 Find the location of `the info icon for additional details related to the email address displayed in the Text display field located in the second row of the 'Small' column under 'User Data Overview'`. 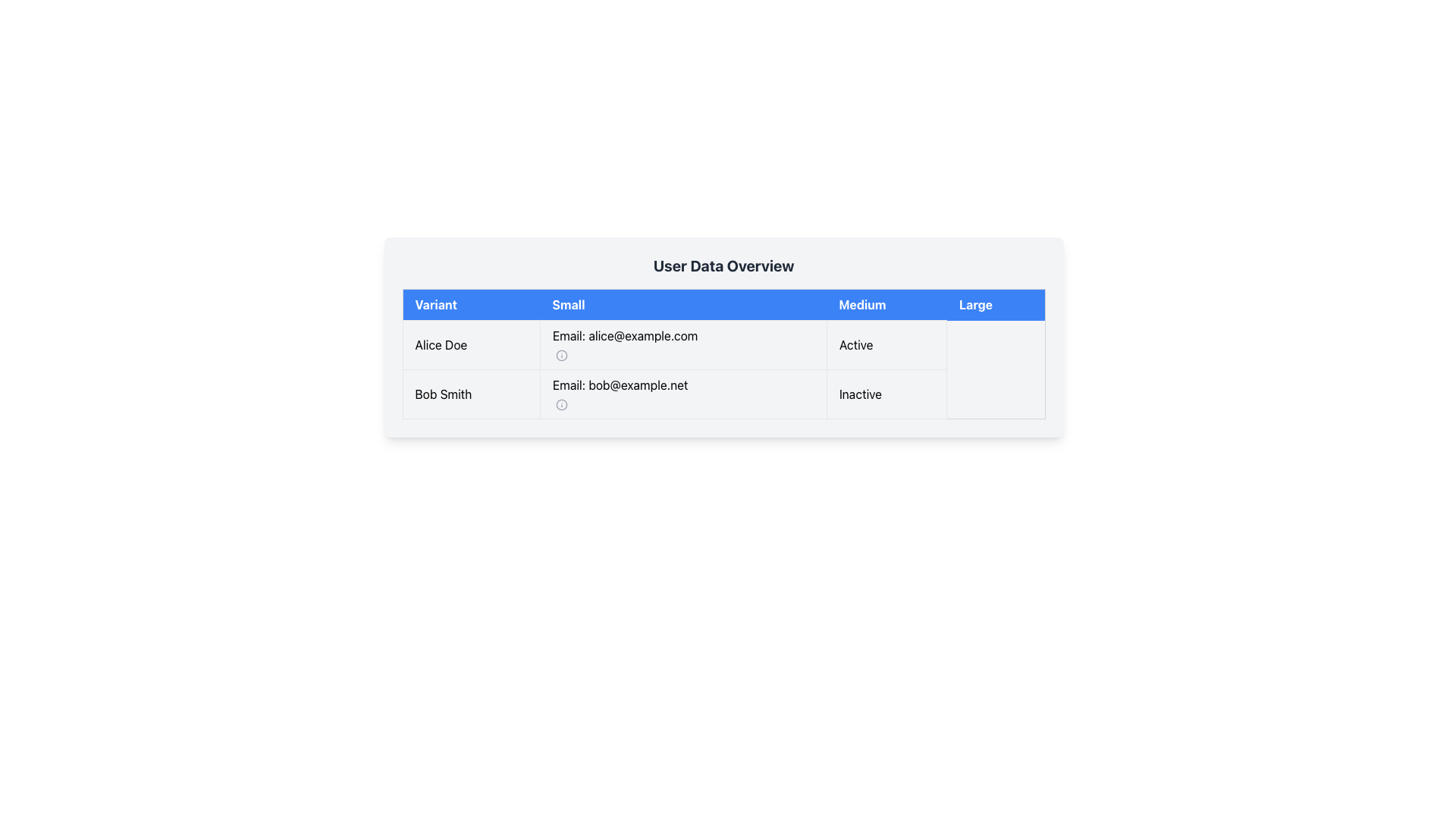

the info icon for additional details related to the email address displayed in the Text display field located in the second row of the 'Small' column under 'User Data Overview' is located at coordinates (682, 394).